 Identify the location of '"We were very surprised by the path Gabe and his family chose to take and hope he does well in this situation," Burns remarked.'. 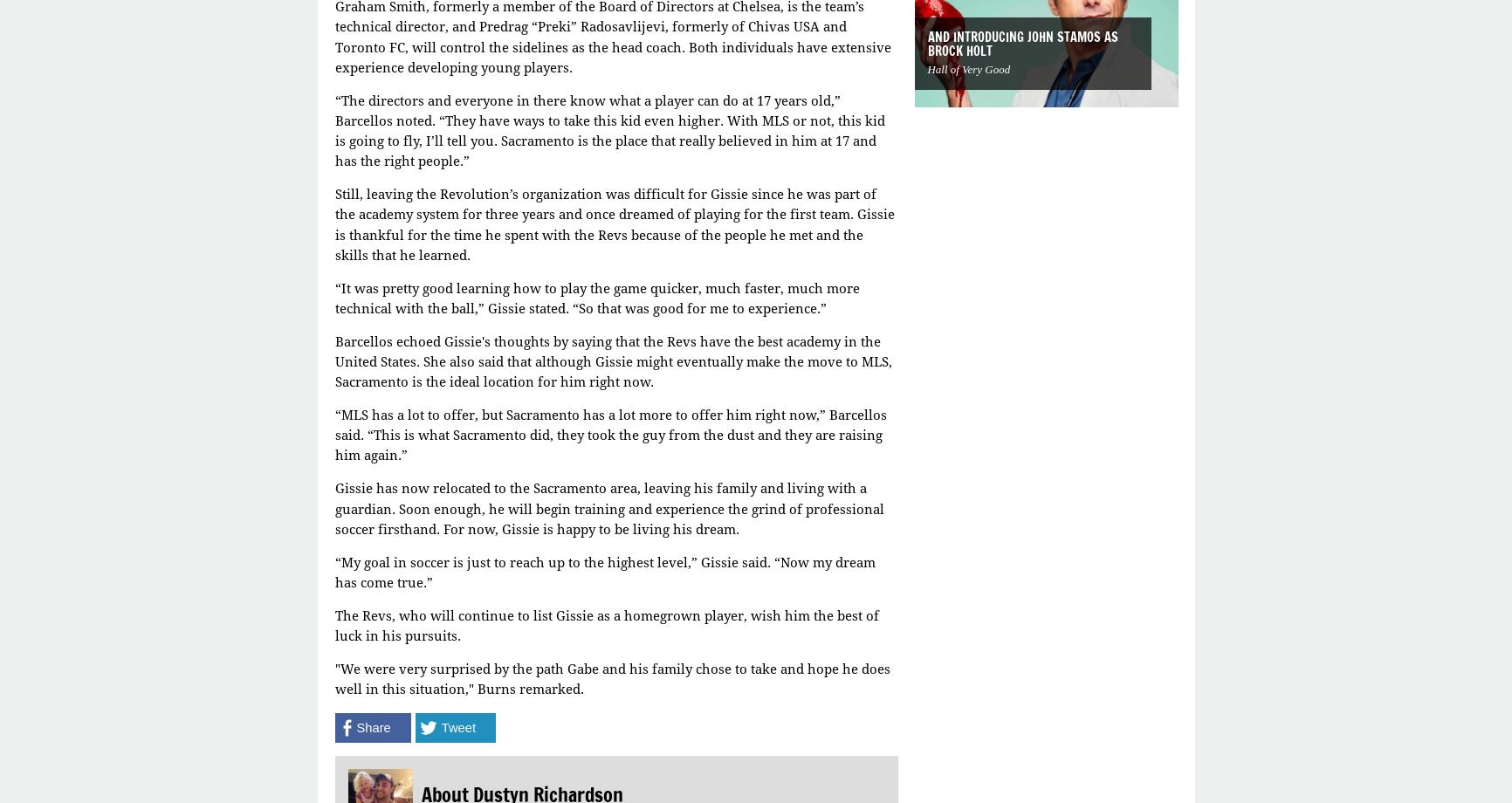
(333, 678).